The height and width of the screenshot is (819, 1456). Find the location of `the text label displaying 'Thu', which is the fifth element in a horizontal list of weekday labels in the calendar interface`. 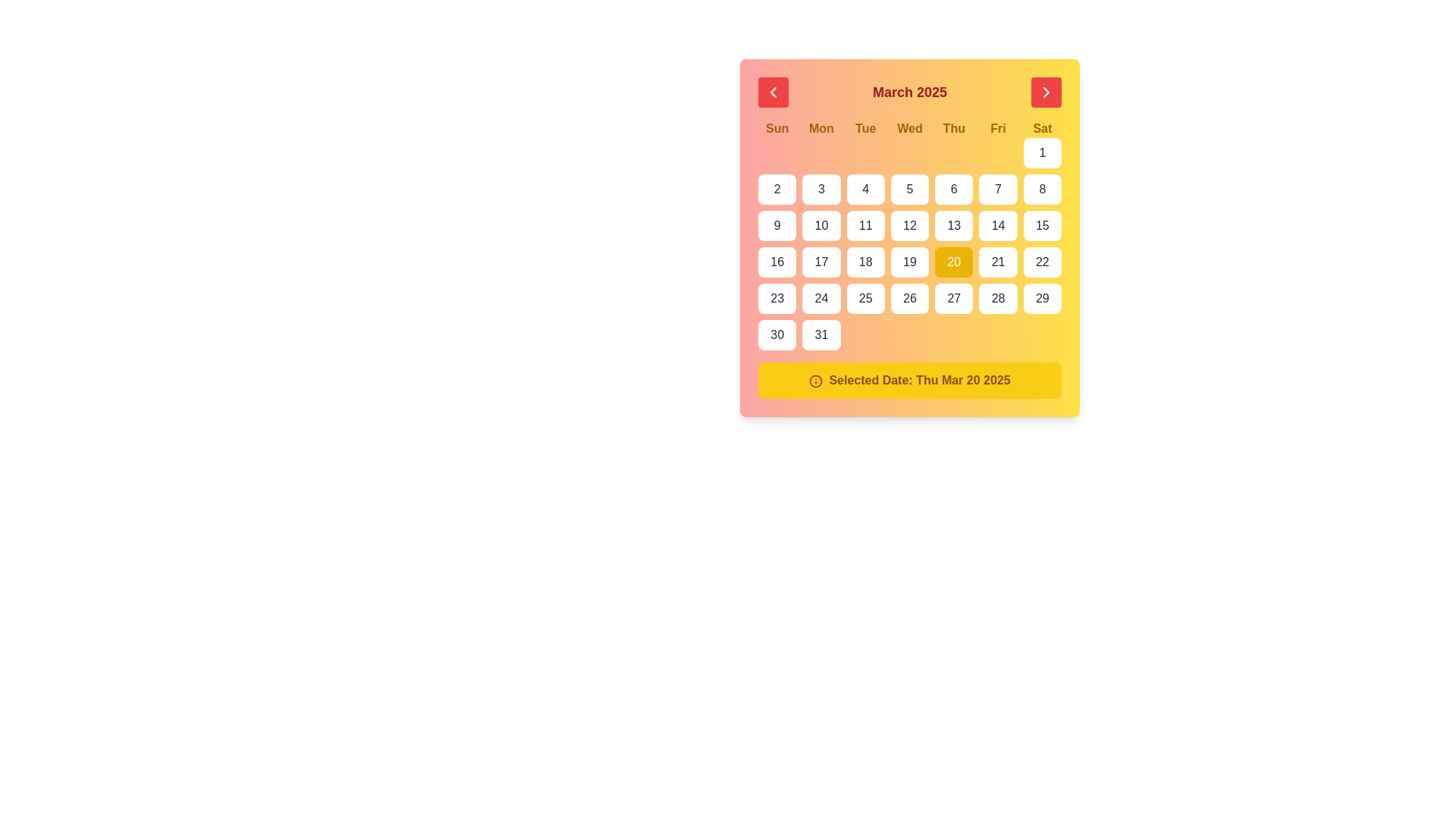

the text label displaying 'Thu', which is the fifth element in a horizontal list of weekday labels in the calendar interface is located at coordinates (953, 127).